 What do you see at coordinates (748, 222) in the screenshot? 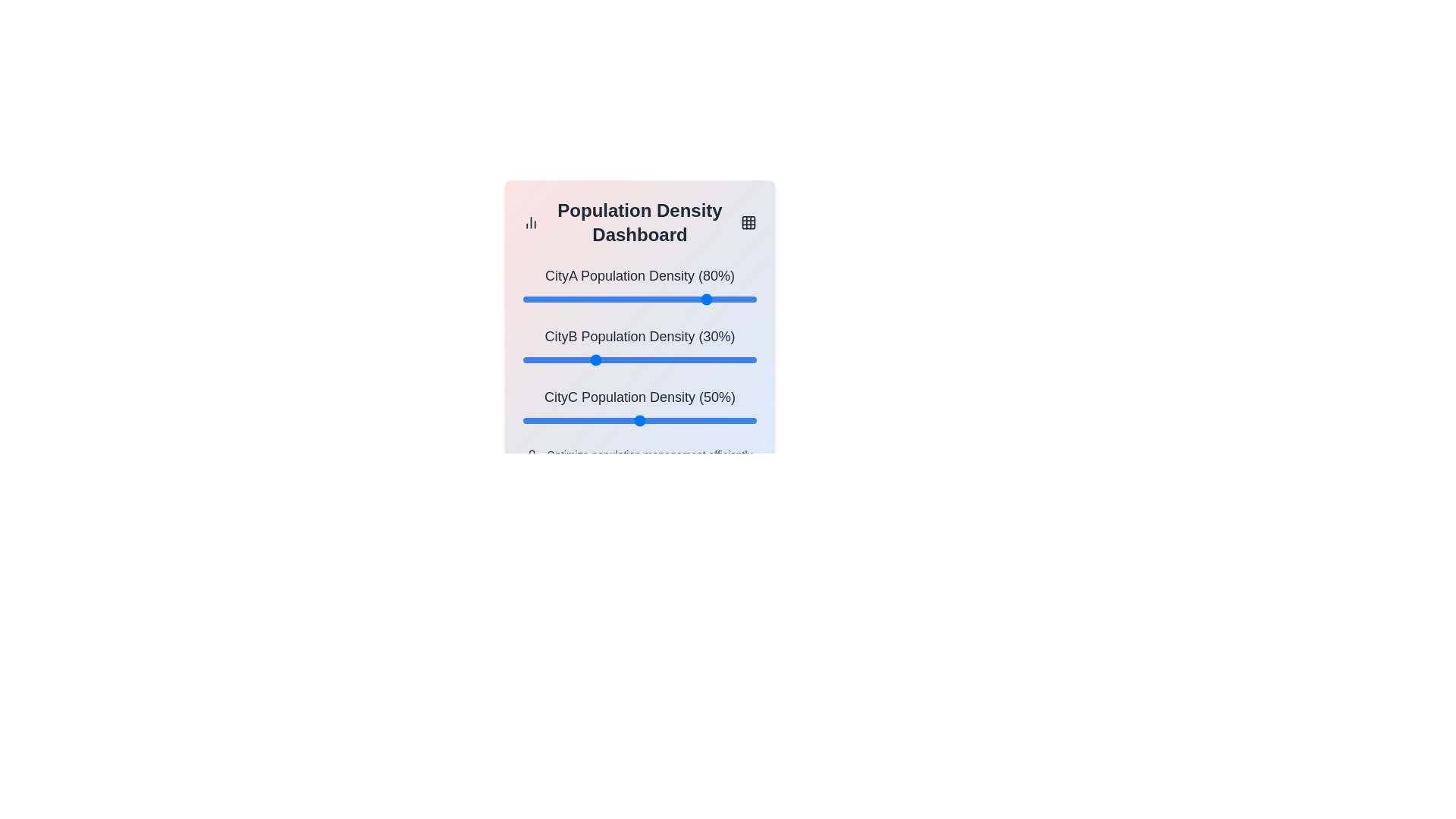
I see `the header icon grid_icon to access its functionality` at bounding box center [748, 222].